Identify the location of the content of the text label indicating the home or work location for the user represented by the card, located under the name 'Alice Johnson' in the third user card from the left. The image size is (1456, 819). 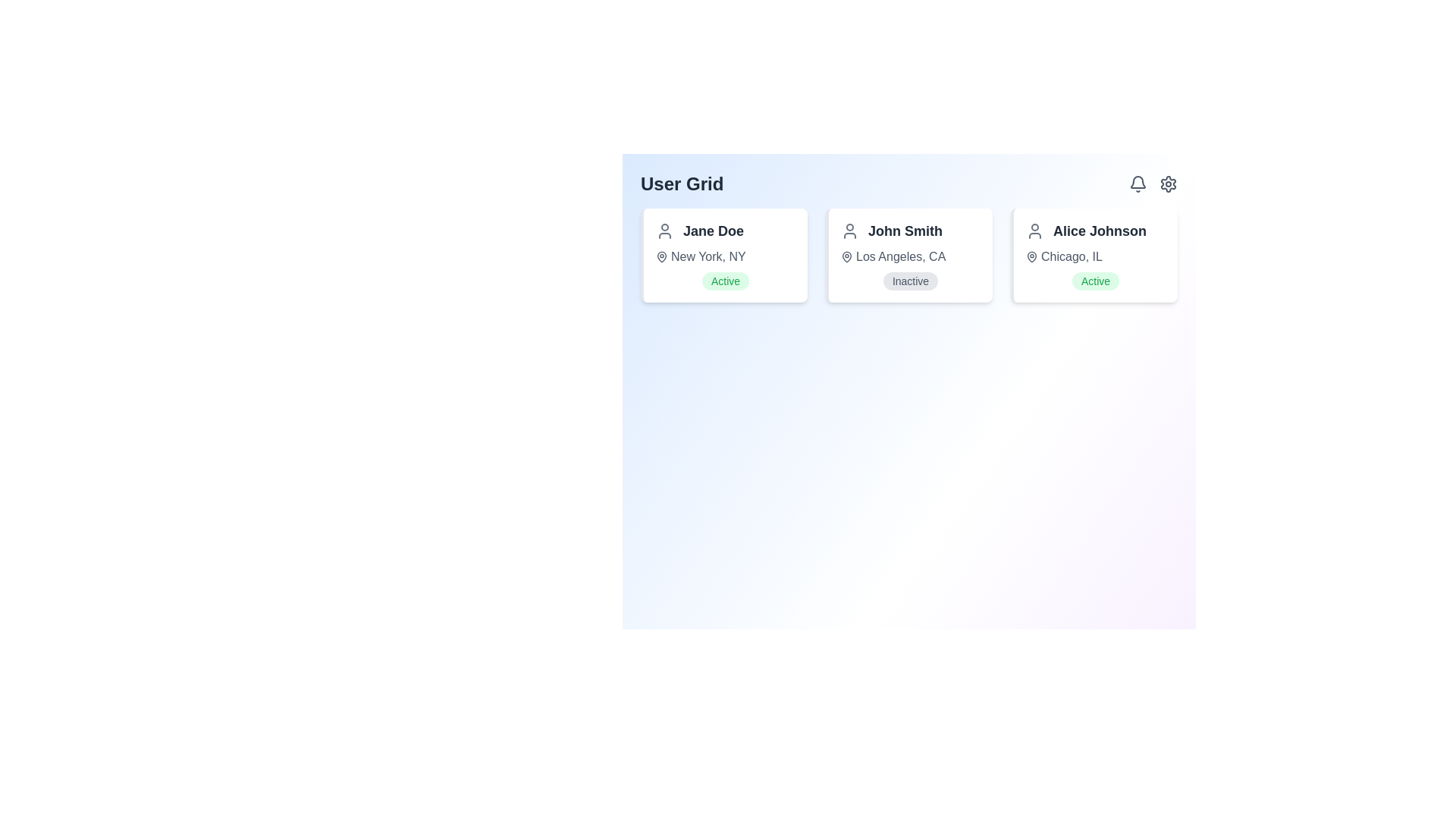
(1071, 256).